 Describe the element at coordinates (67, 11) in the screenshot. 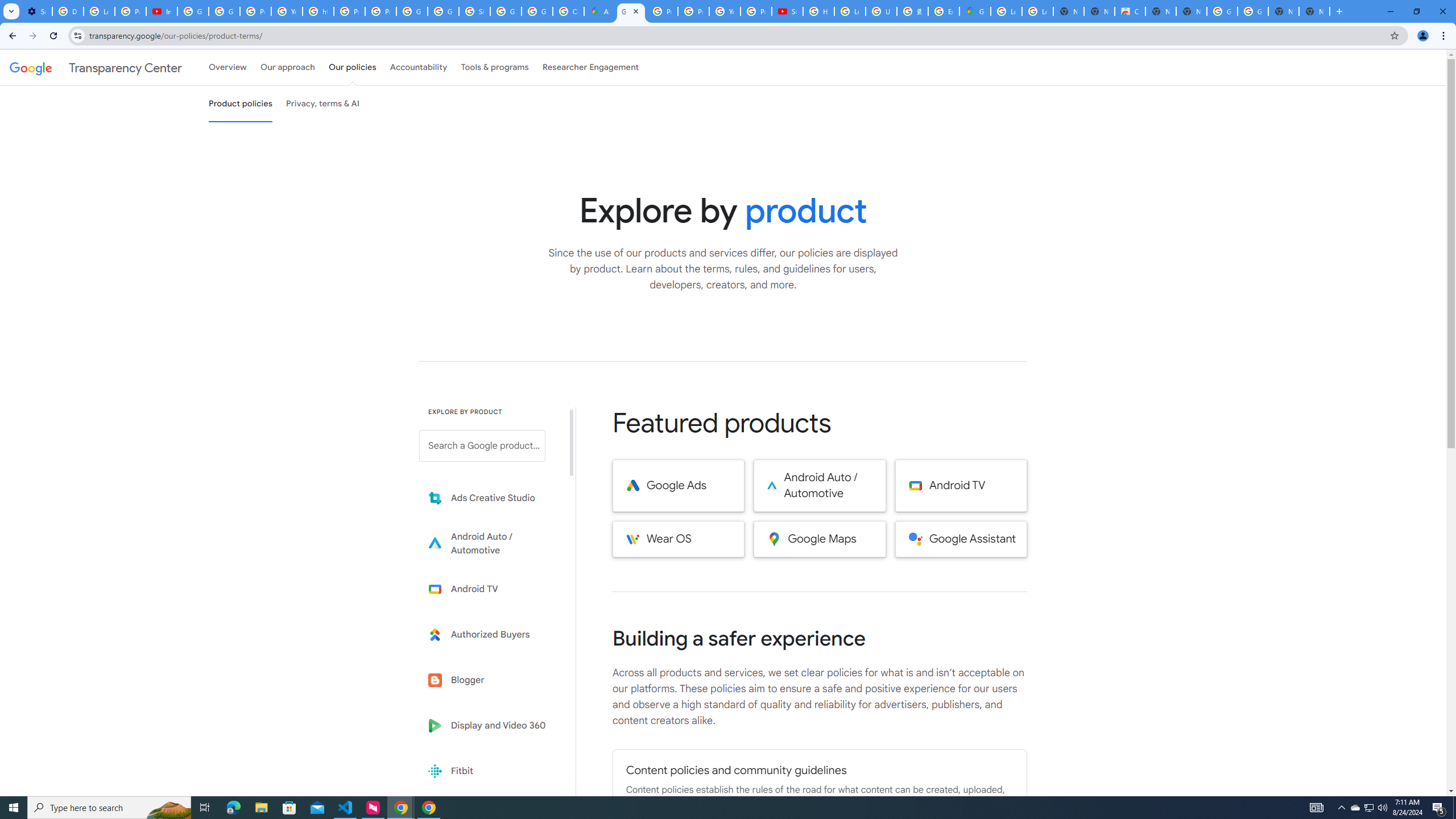

I see `'Delete photos & videos - Computer - Google Photos Help'` at that location.